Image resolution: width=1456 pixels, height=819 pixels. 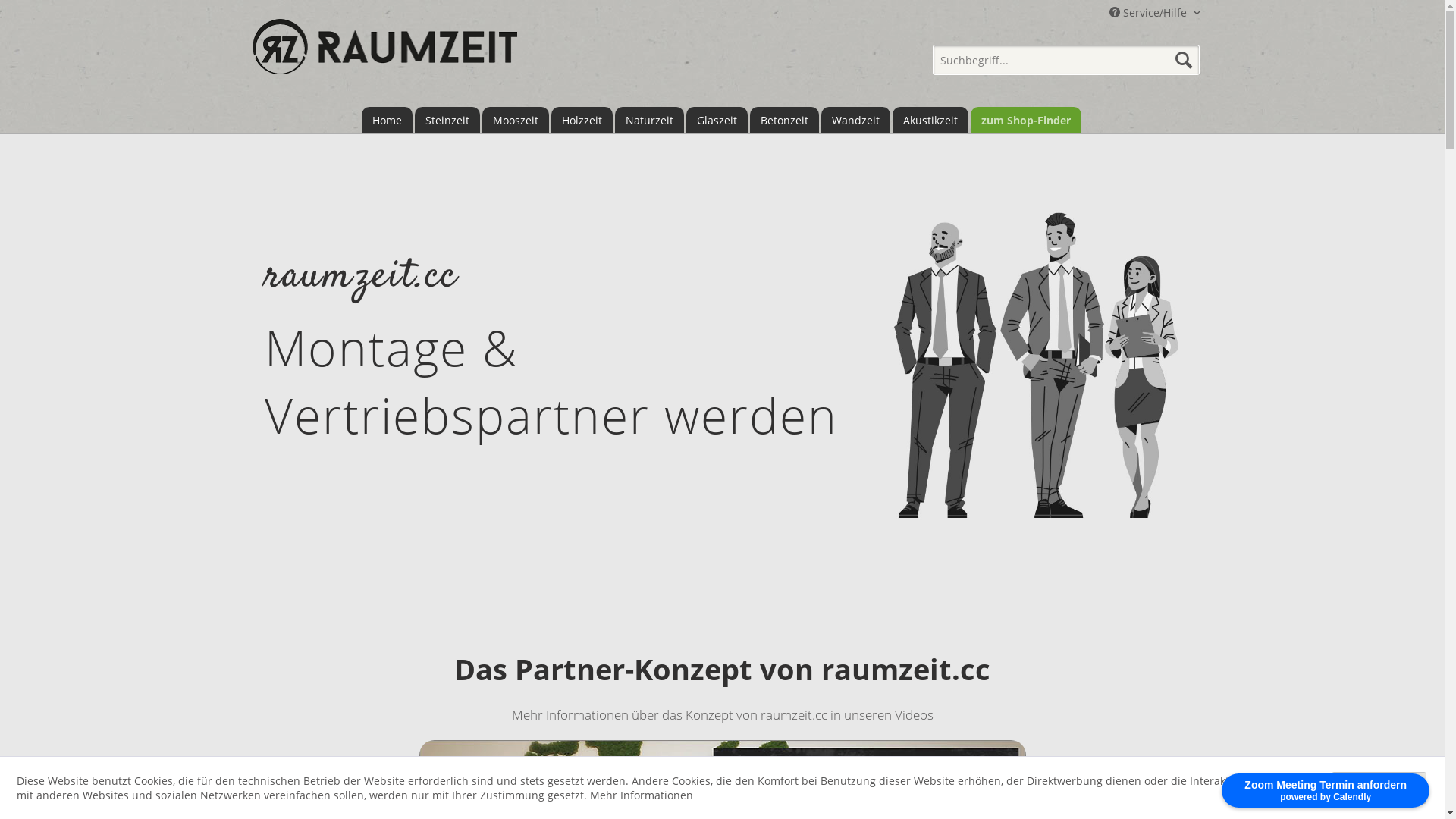 What do you see at coordinates (580, 119) in the screenshot?
I see `'Holzzeit'` at bounding box center [580, 119].